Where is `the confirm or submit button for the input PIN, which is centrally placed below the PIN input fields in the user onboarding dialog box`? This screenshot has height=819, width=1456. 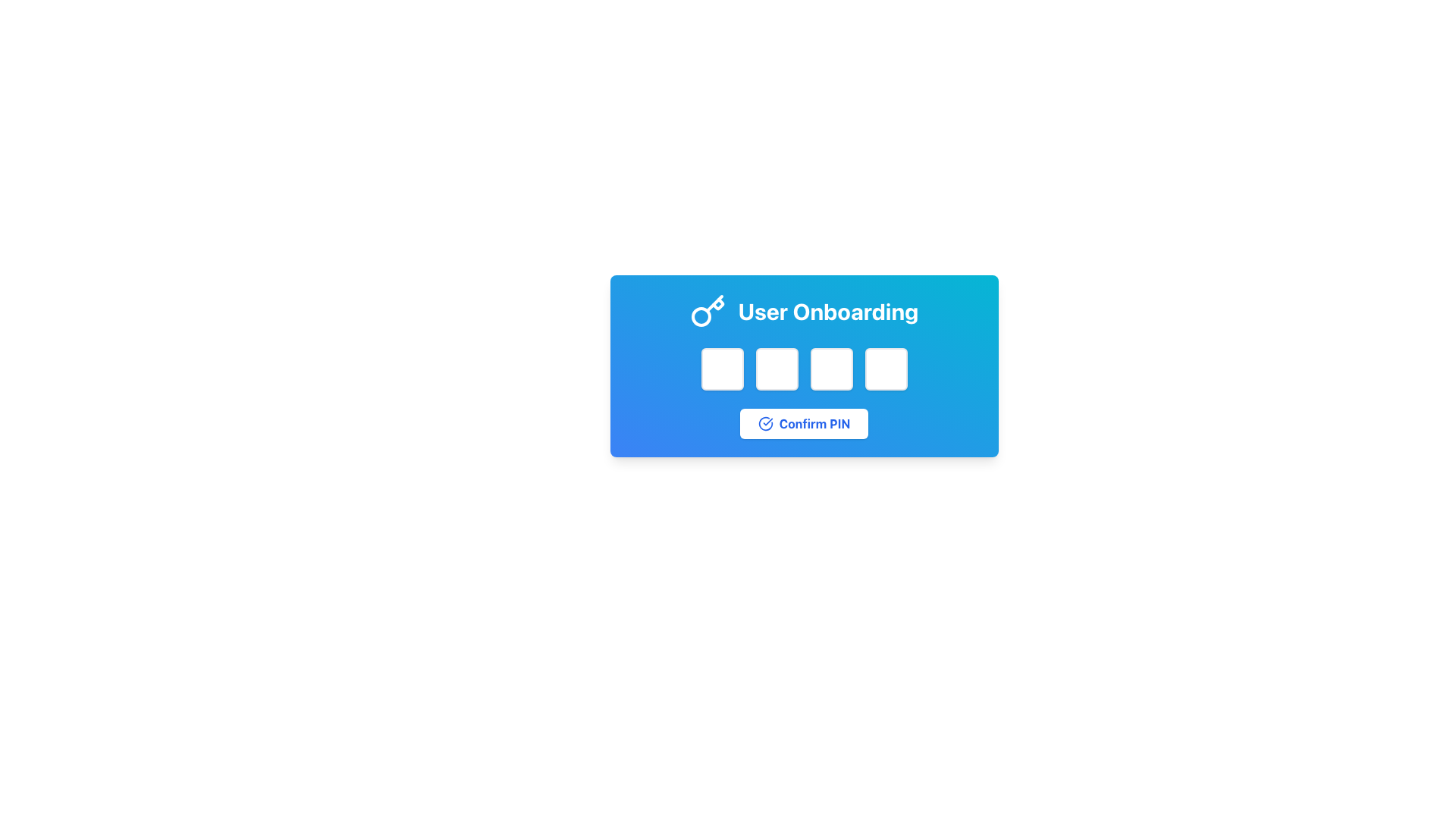
the confirm or submit button for the input PIN, which is centrally placed below the PIN input fields in the user onboarding dialog box is located at coordinates (803, 424).